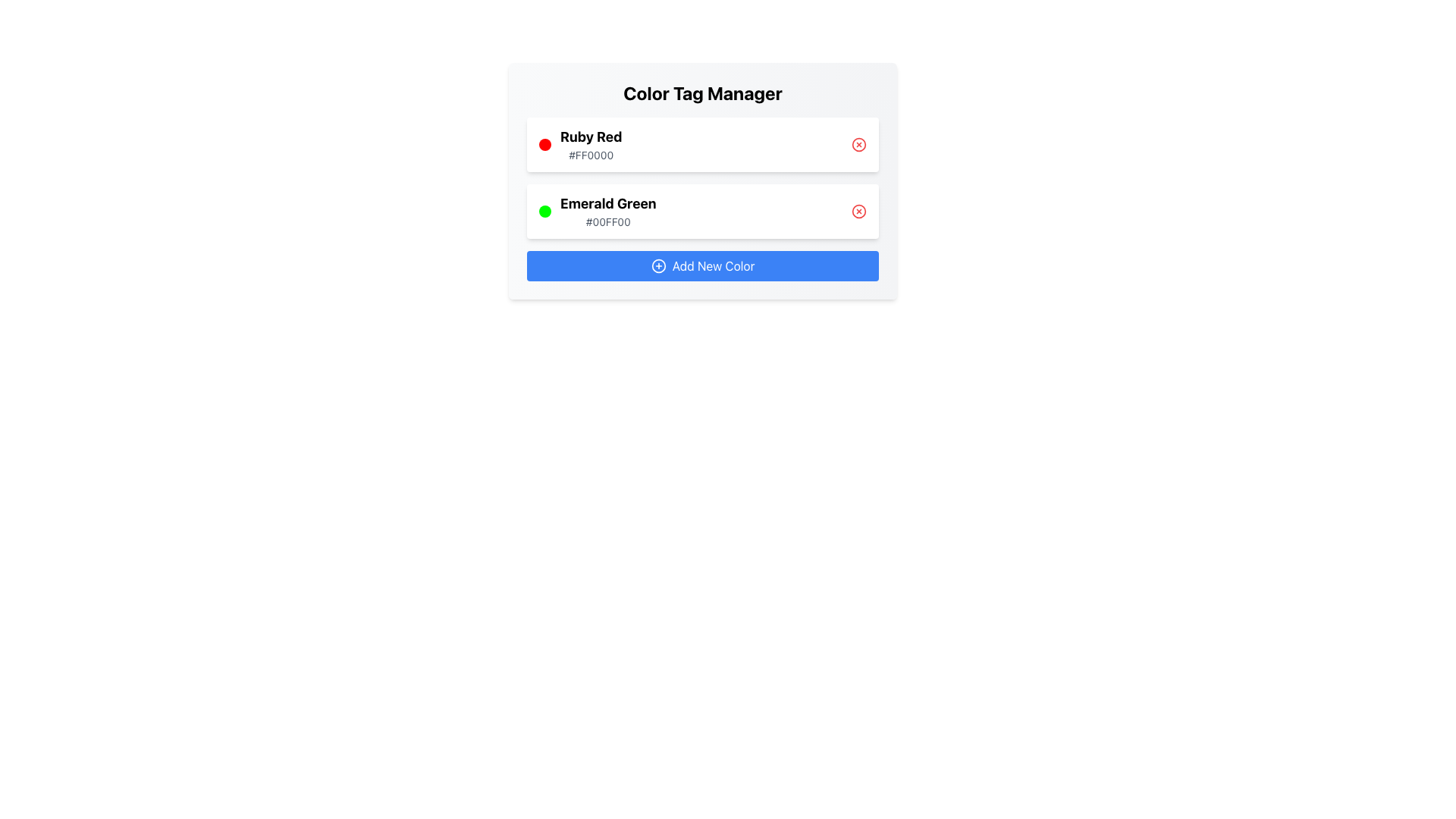  I want to click on the 'Add New Color' button with a blue background and white text, so click(701, 265).